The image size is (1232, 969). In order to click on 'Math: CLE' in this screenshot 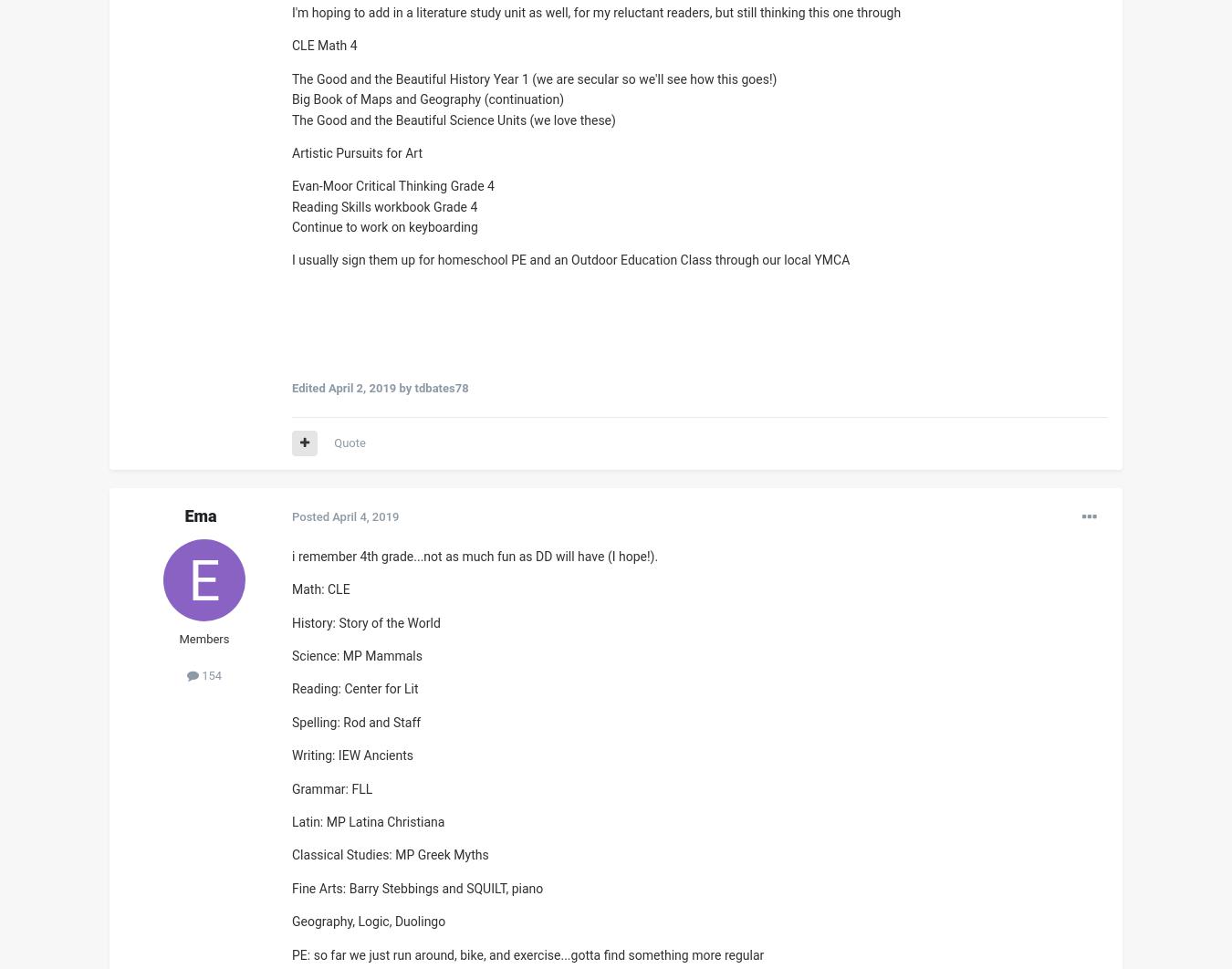, I will do `click(320, 589)`.